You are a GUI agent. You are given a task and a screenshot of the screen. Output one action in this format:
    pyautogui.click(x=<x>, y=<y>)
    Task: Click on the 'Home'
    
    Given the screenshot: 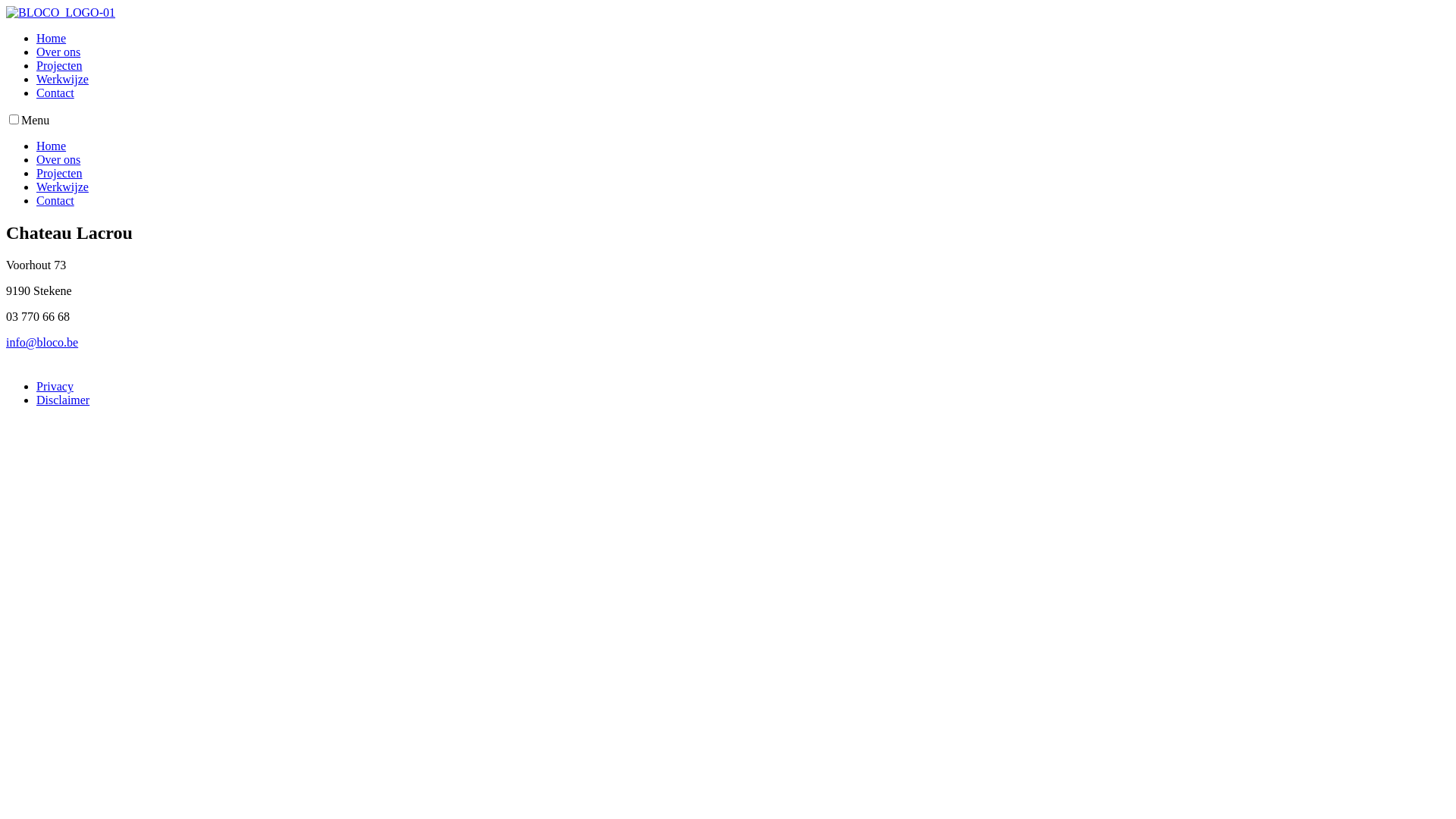 What is the action you would take?
    pyautogui.click(x=51, y=37)
    